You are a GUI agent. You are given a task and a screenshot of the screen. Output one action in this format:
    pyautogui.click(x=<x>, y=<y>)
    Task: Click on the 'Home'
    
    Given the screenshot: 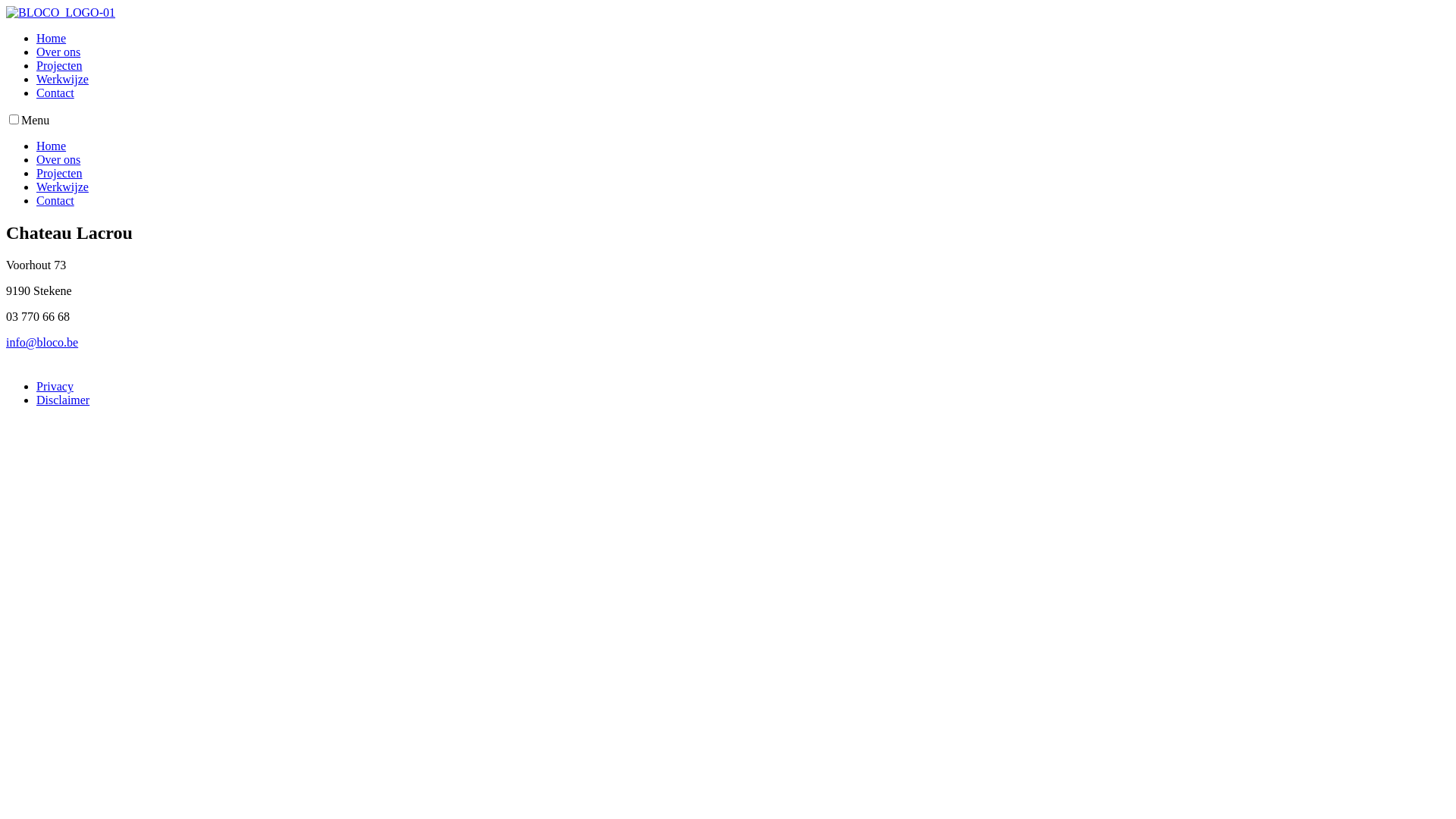 What is the action you would take?
    pyautogui.click(x=51, y=37)
    